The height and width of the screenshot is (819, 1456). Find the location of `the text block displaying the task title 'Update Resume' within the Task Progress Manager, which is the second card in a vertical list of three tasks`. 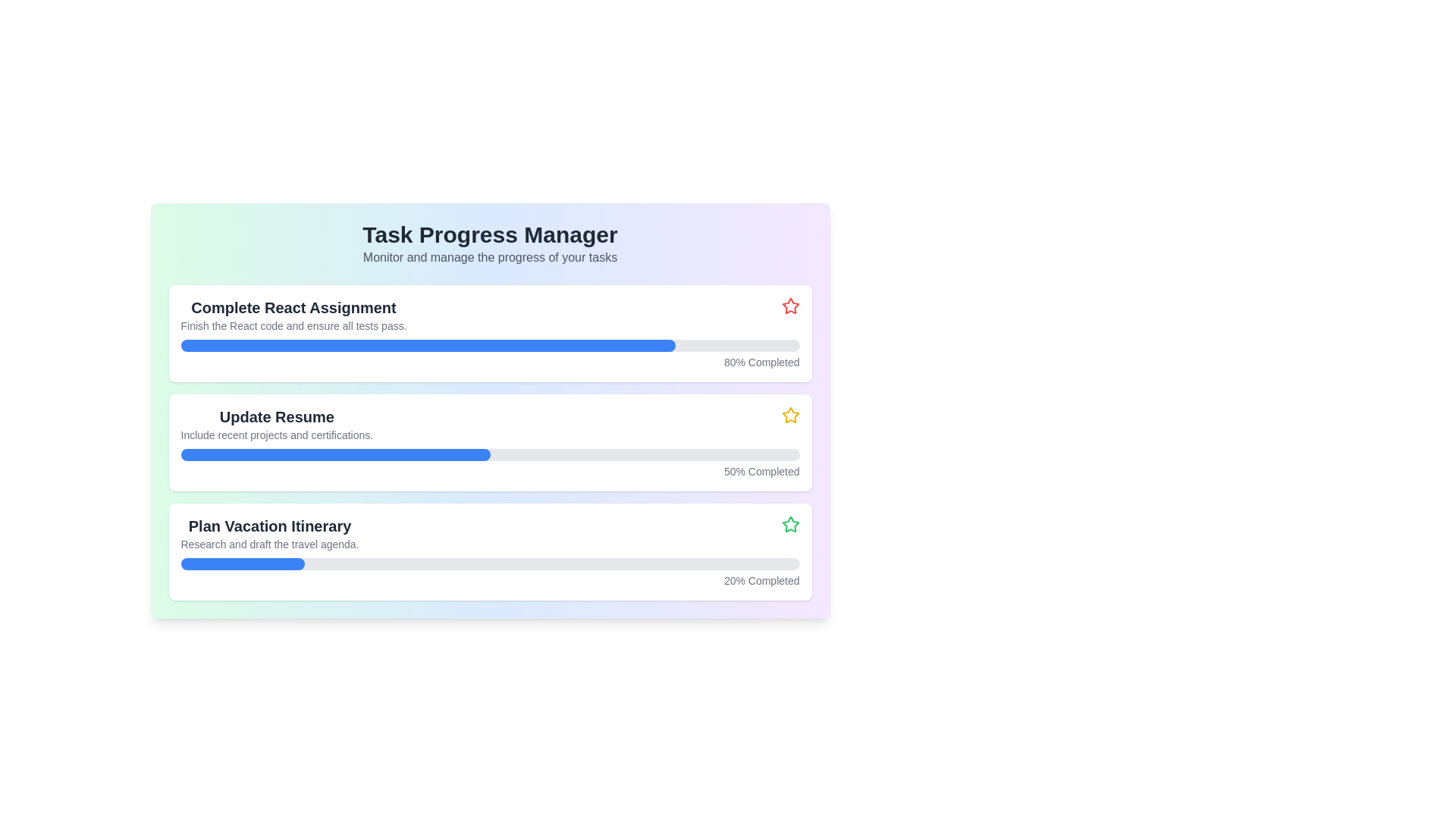

the text block displaying the task title 'Update Resume' within the Task Progress Manager, which is the second card in a vertical list of three tasks is located at coordinates (277, 424).